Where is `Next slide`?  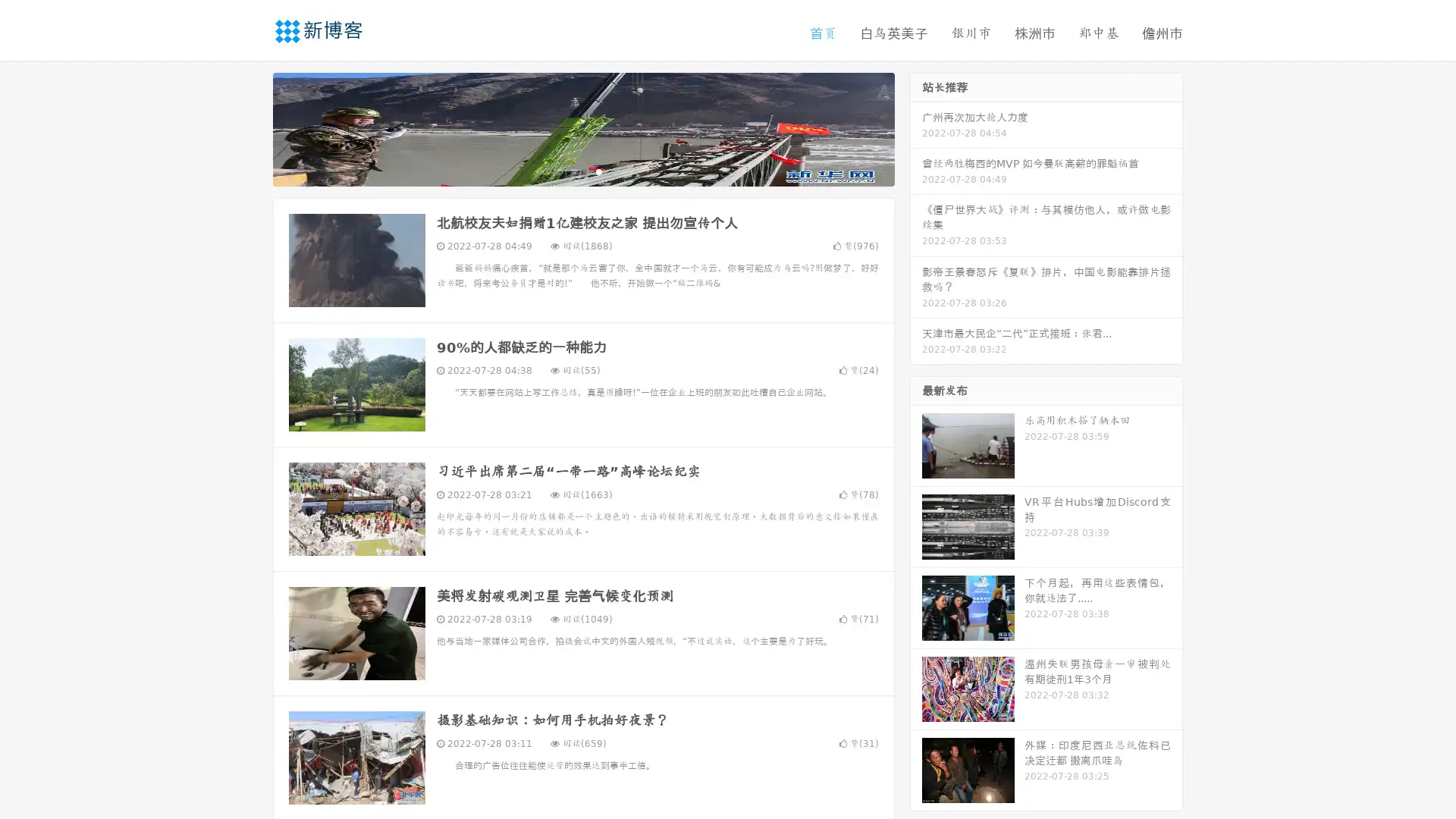
Next slide is located at coordinates (916, 127).